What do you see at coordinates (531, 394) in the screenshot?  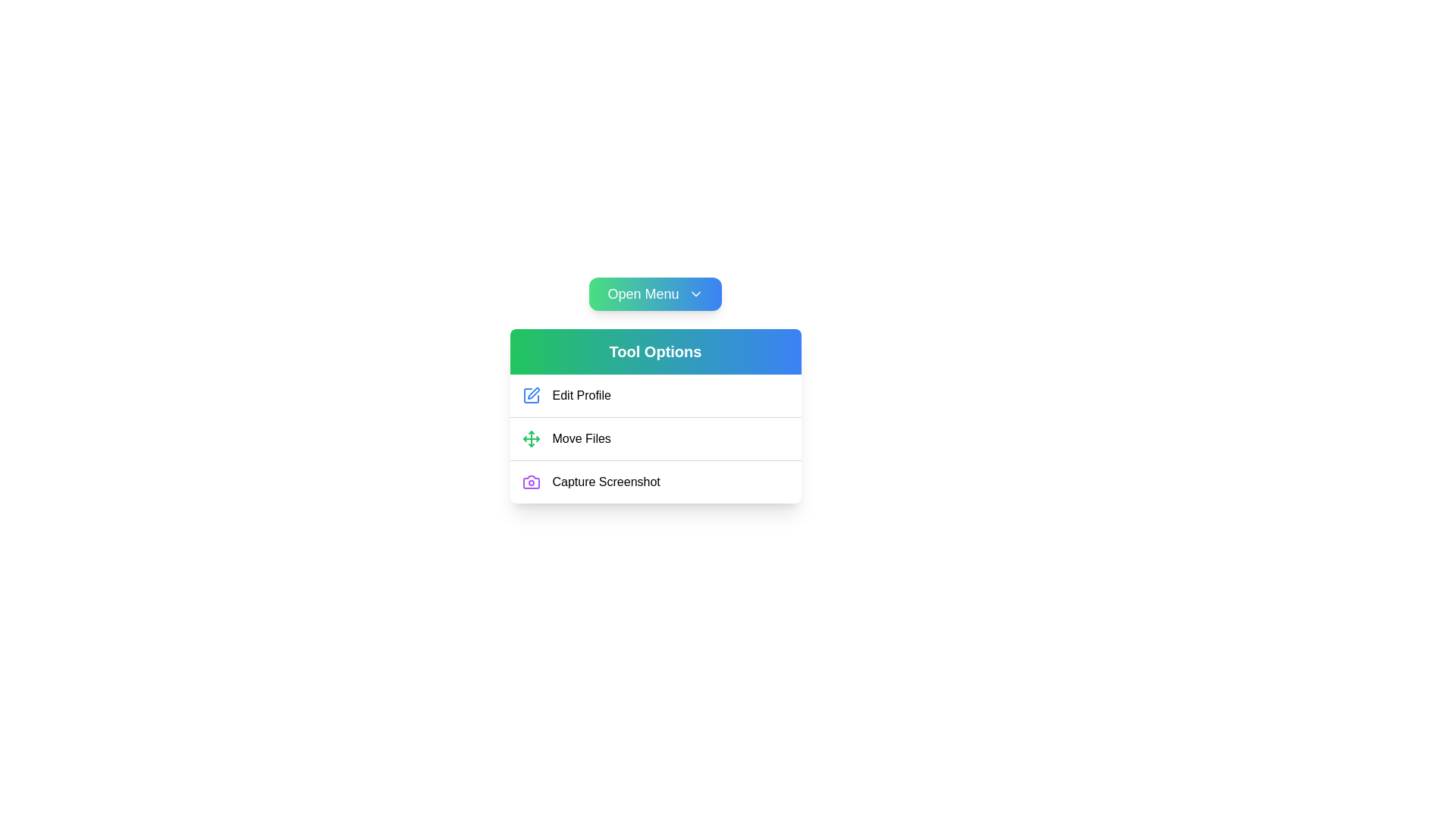 I see `the blue pen icon located to the left of the 'Edit Profile' text in the first option under the 'Tool Options' heading` at bounding box center [531, 394].